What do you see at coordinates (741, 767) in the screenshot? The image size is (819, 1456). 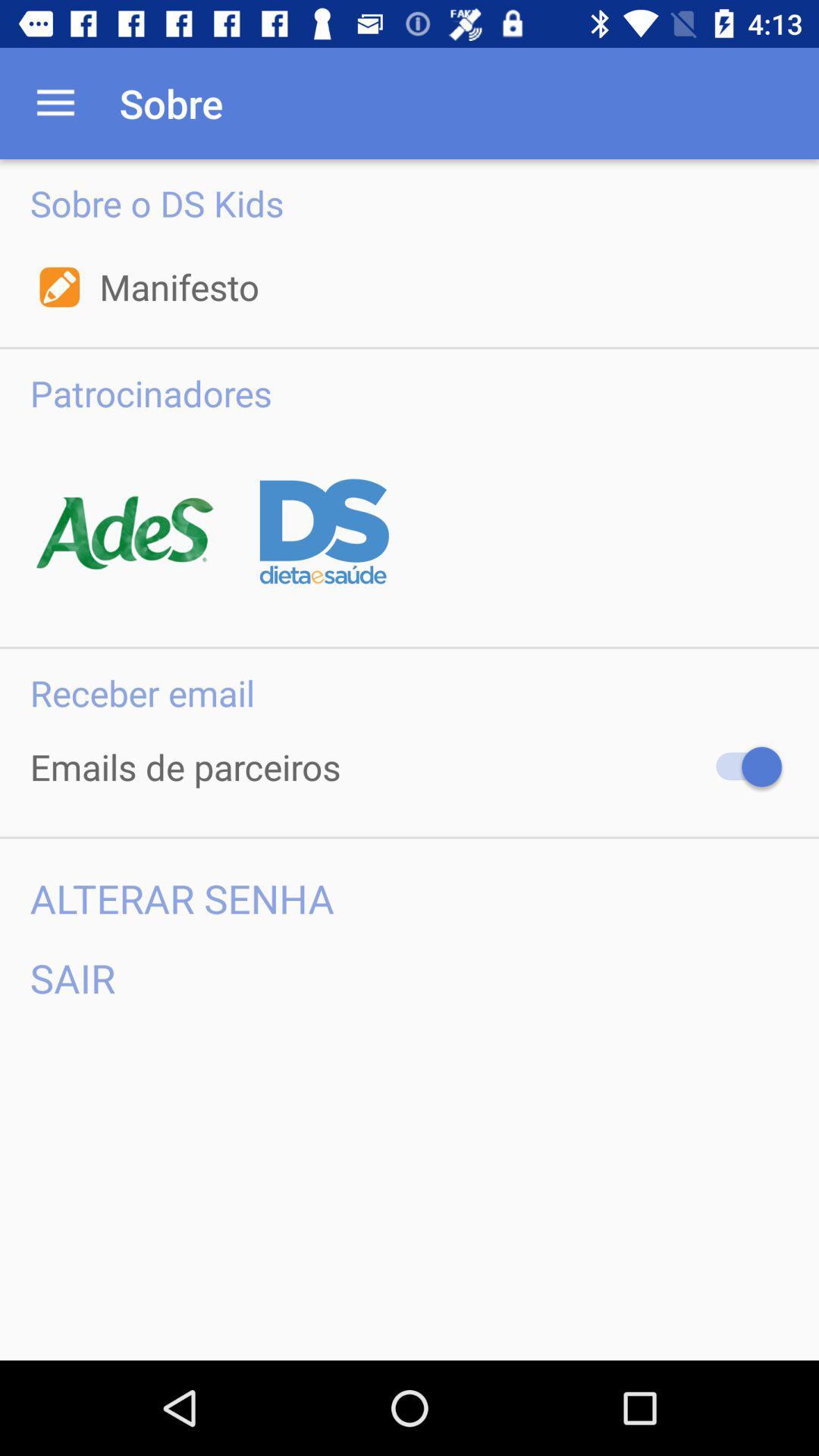 I see `receber emails de parceiros` at bounding box center [741, 767].